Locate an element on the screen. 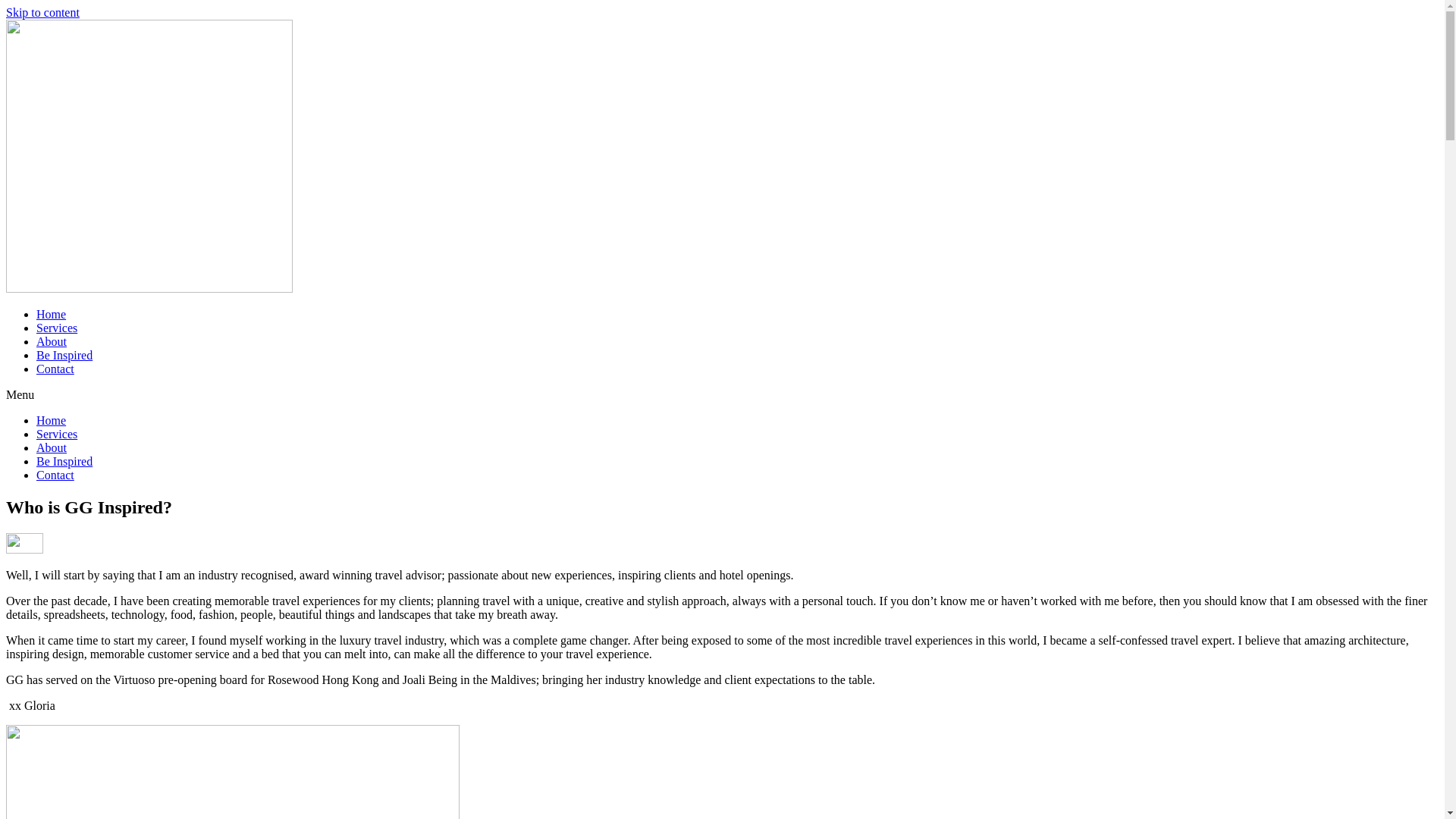  'Be Inspired' is located at coordinates (64, 355).